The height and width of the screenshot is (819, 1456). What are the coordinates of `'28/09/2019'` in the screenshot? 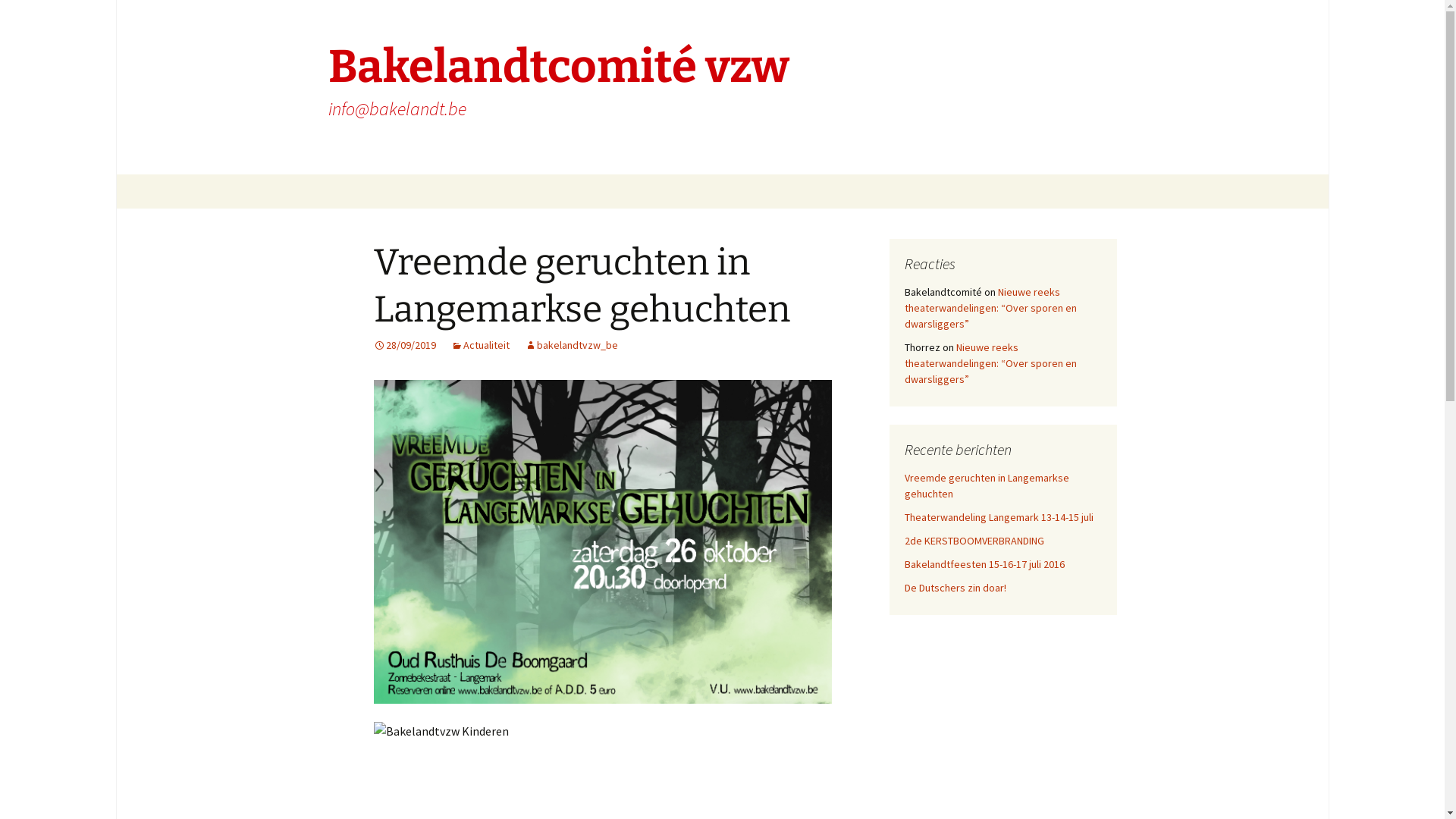 It's located at (403, 345).